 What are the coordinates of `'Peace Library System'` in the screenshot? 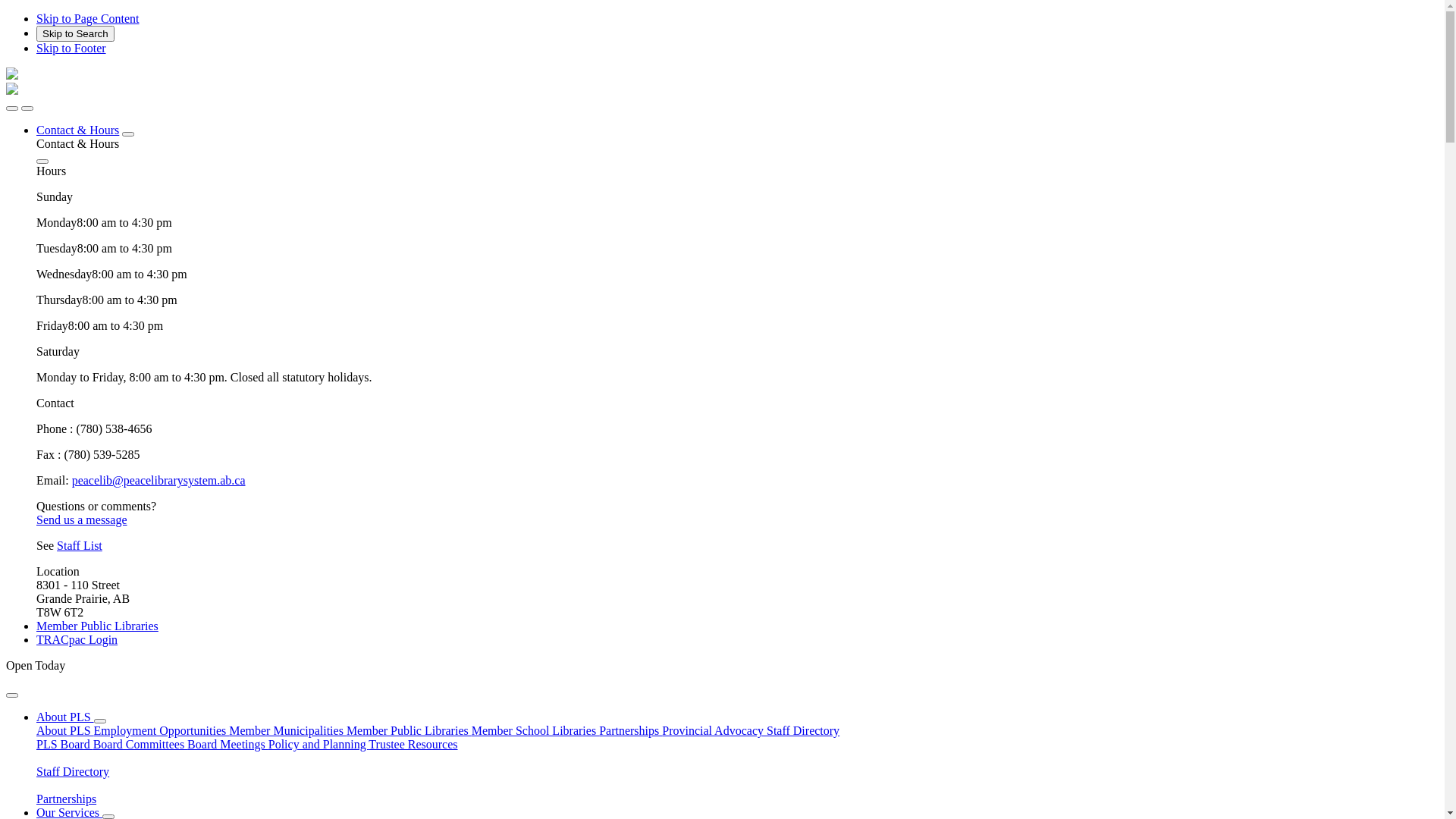 It's located at (6, 90).